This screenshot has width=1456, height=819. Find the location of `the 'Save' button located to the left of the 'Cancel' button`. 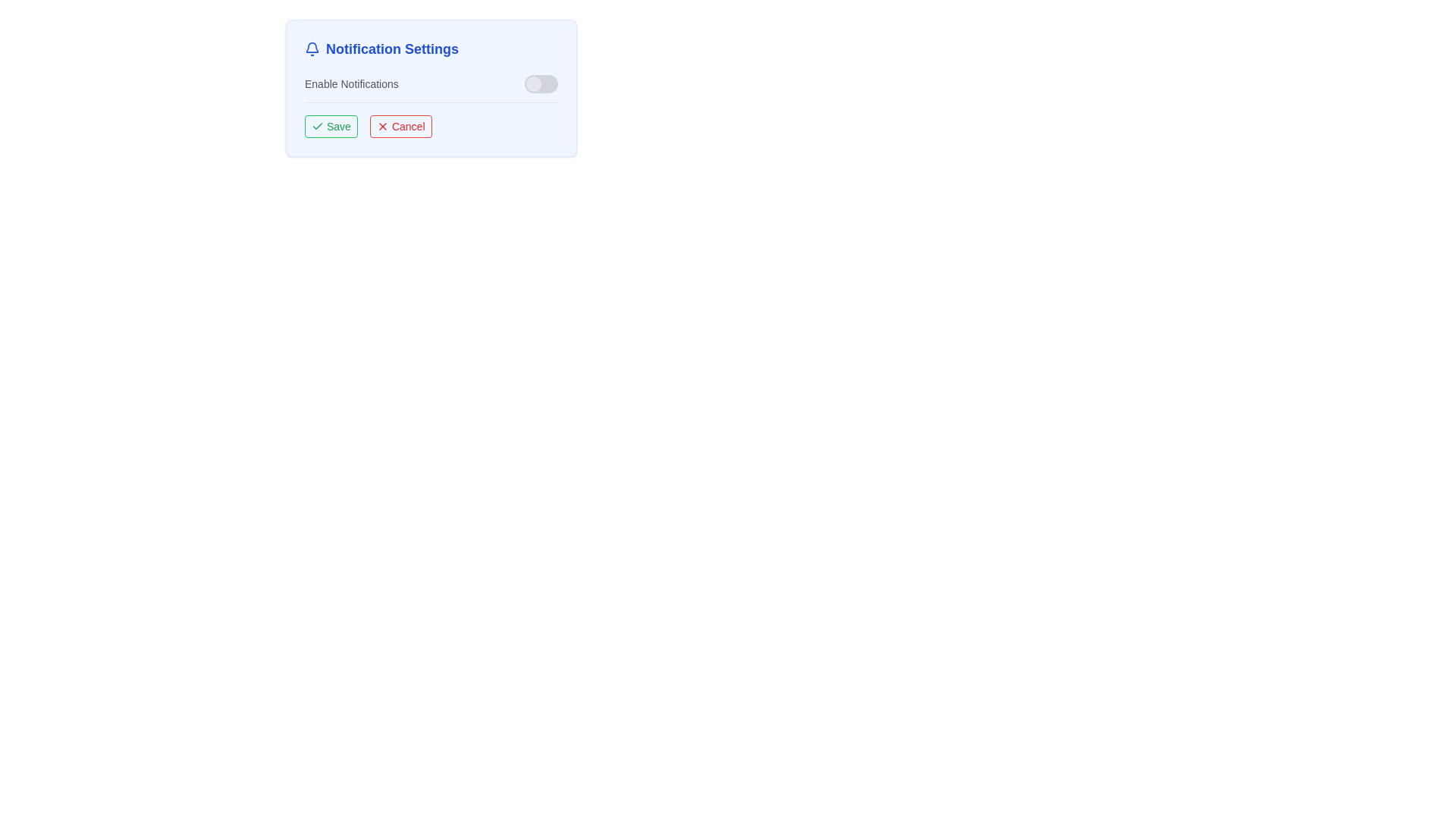

the 'Save' button located to the left of the 'Cancel' button is located at coordinates (330, 125).